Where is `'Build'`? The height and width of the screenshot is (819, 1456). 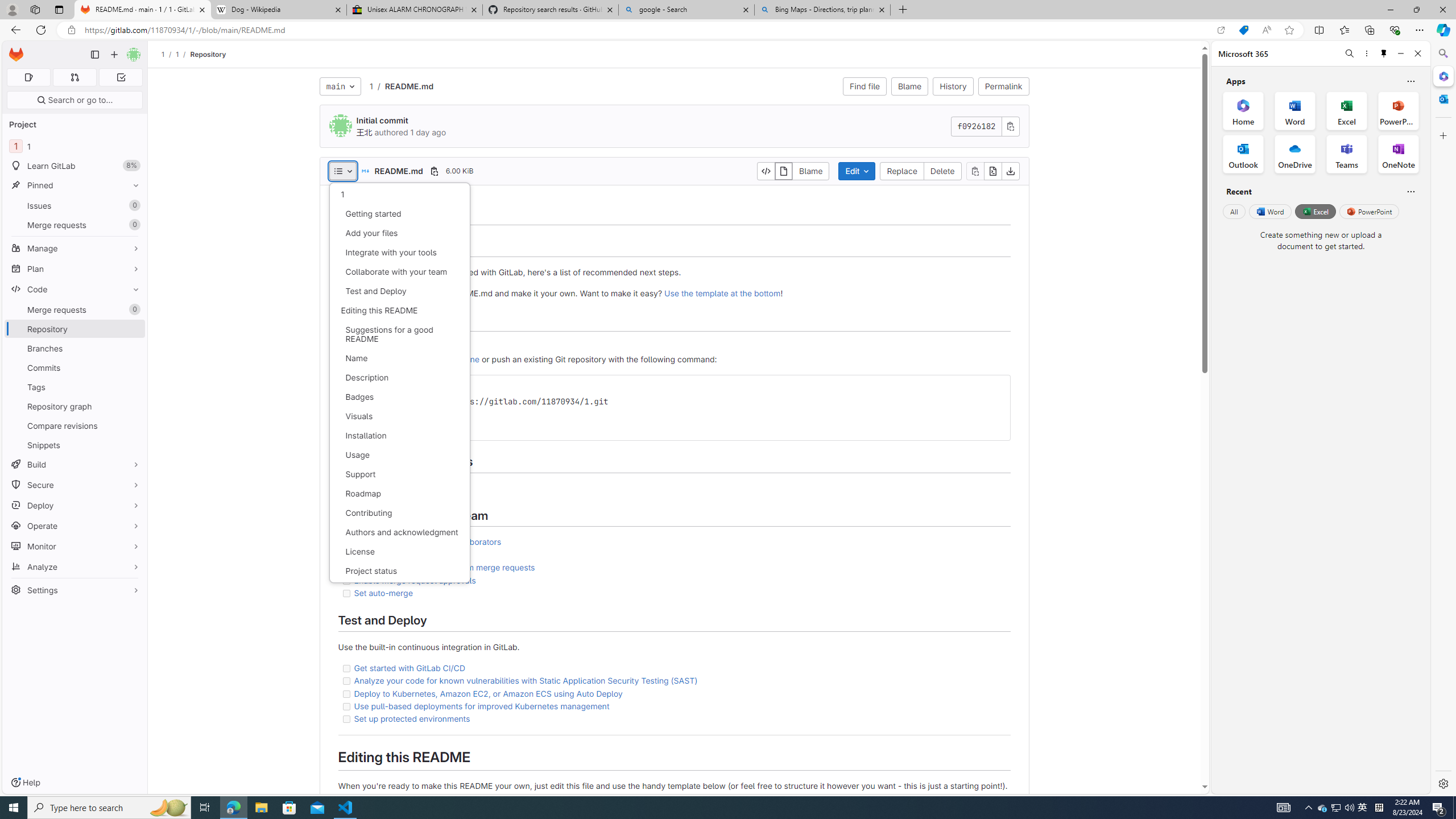
'Build' is located at coordinates (74, 464).